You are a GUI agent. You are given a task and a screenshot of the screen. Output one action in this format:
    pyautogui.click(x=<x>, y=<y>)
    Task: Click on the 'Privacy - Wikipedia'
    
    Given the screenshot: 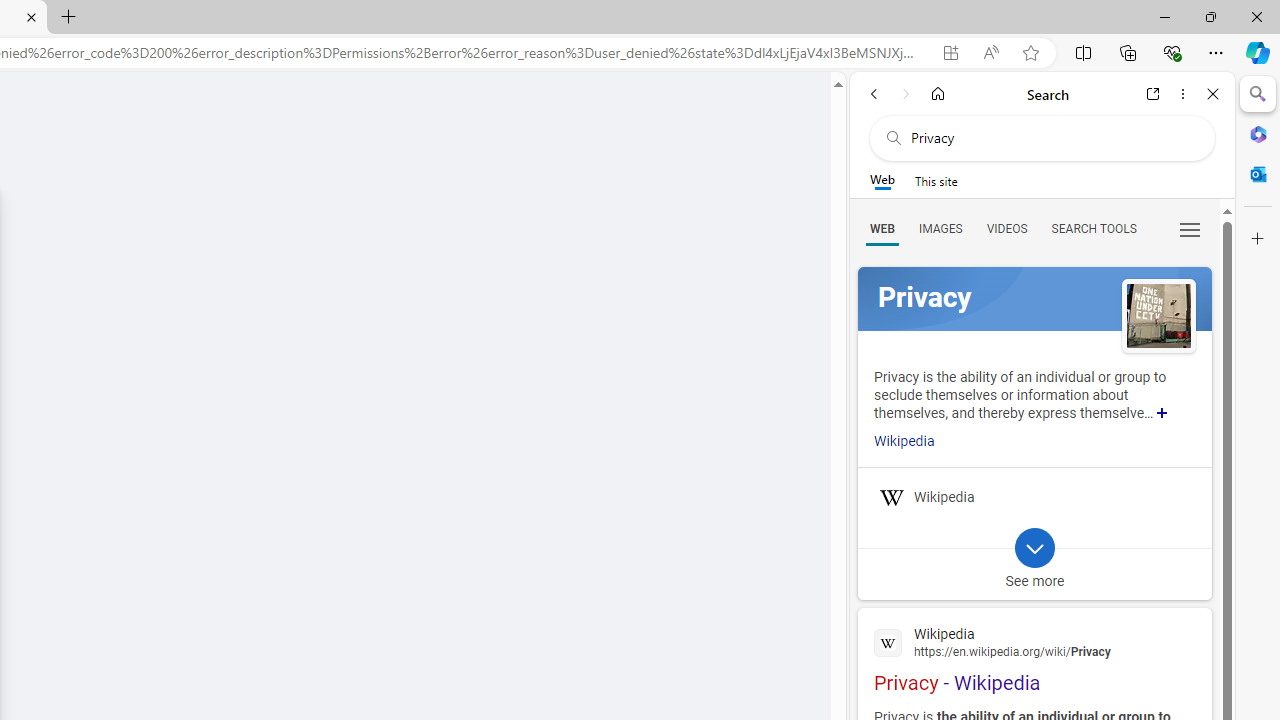 What is the action you would take?
    pyautogui.click(x=1034, y=657)
    